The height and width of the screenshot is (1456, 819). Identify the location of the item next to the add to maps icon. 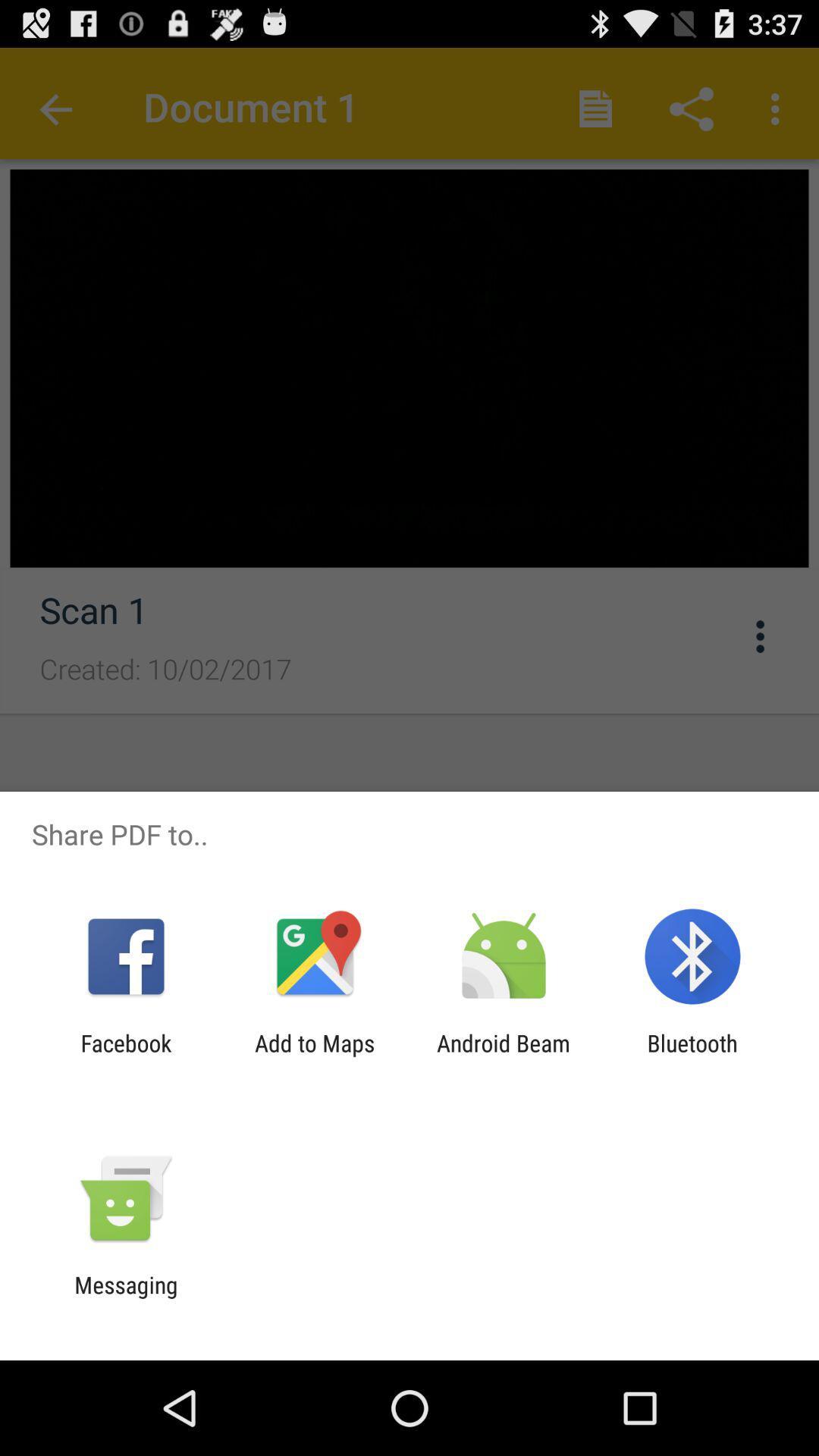
(504, 1056).